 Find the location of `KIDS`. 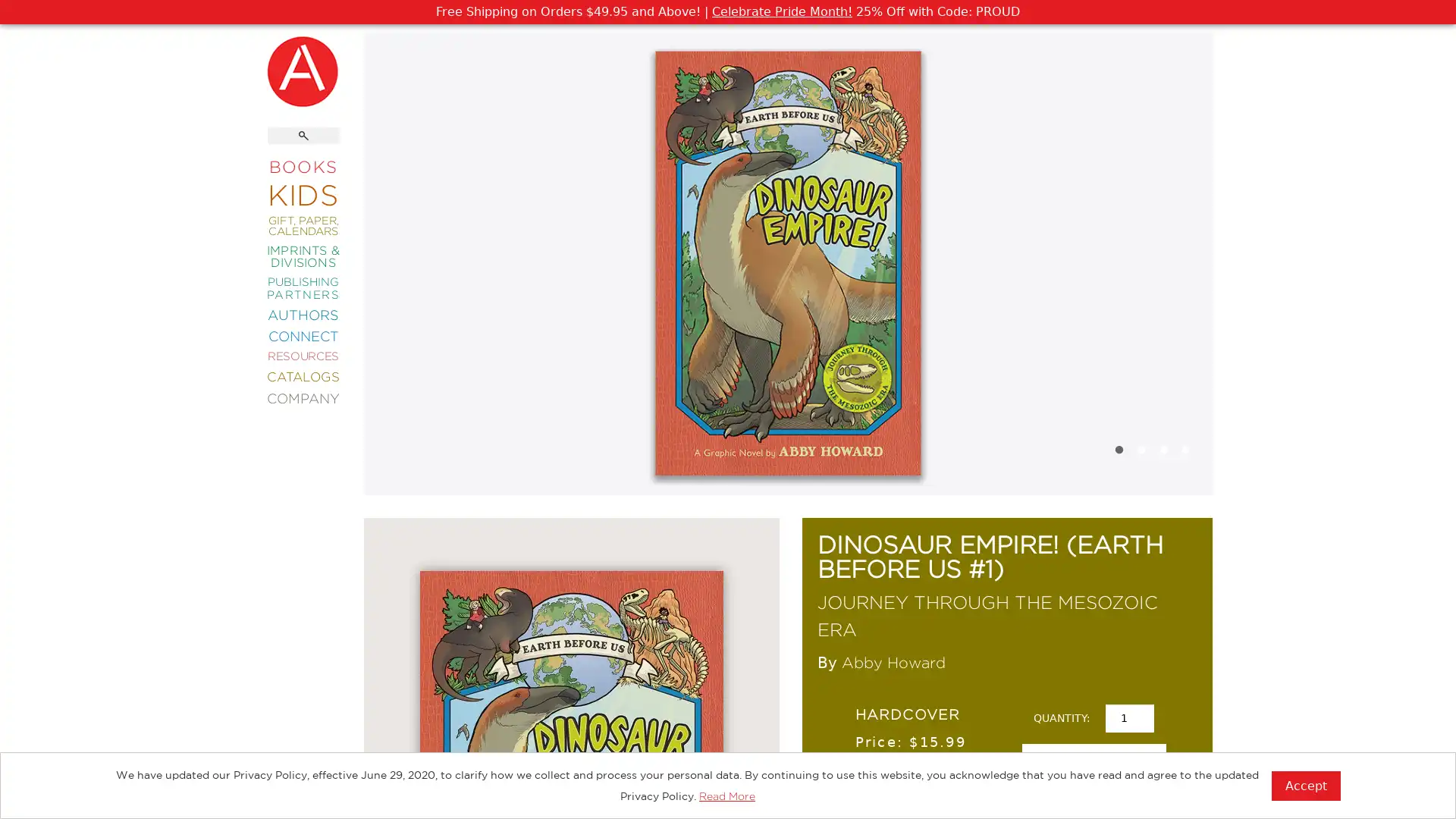

KIDS is located at coordinates (303, 193).